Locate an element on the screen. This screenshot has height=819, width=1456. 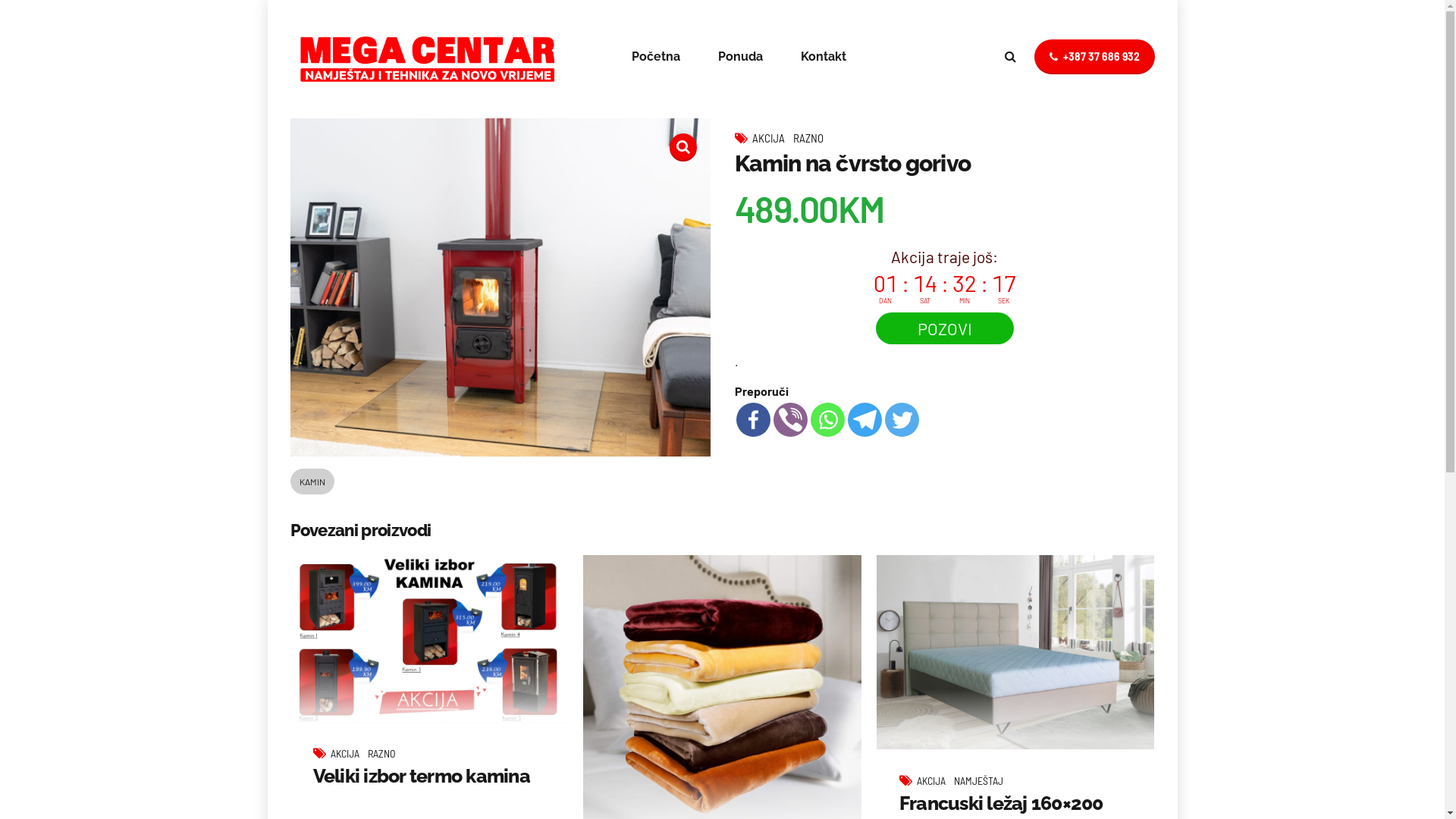
'Viber' is located at coordinates (773, 419).